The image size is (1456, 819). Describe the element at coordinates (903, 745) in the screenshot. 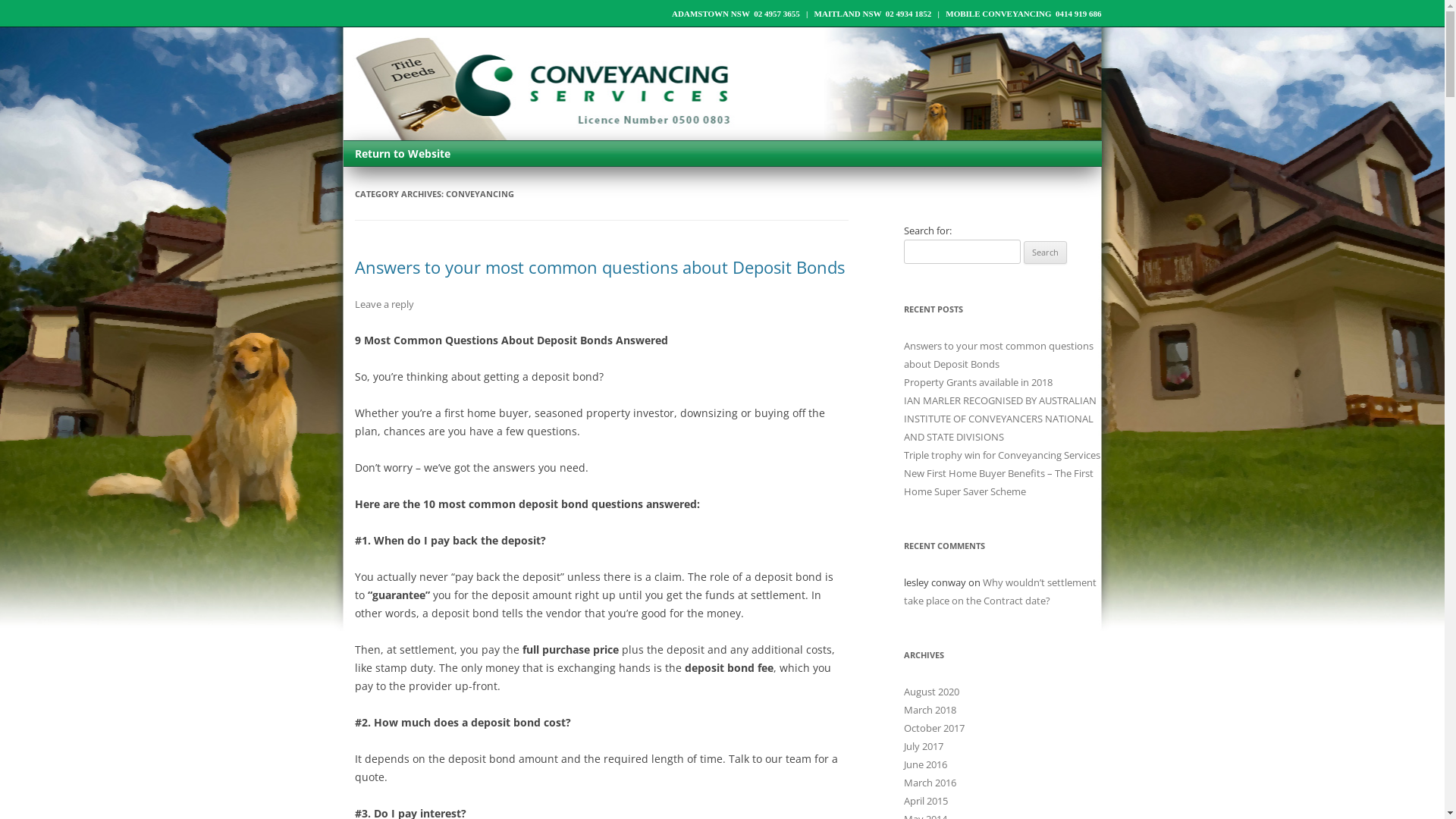

I see `'July 2017'` at that location.